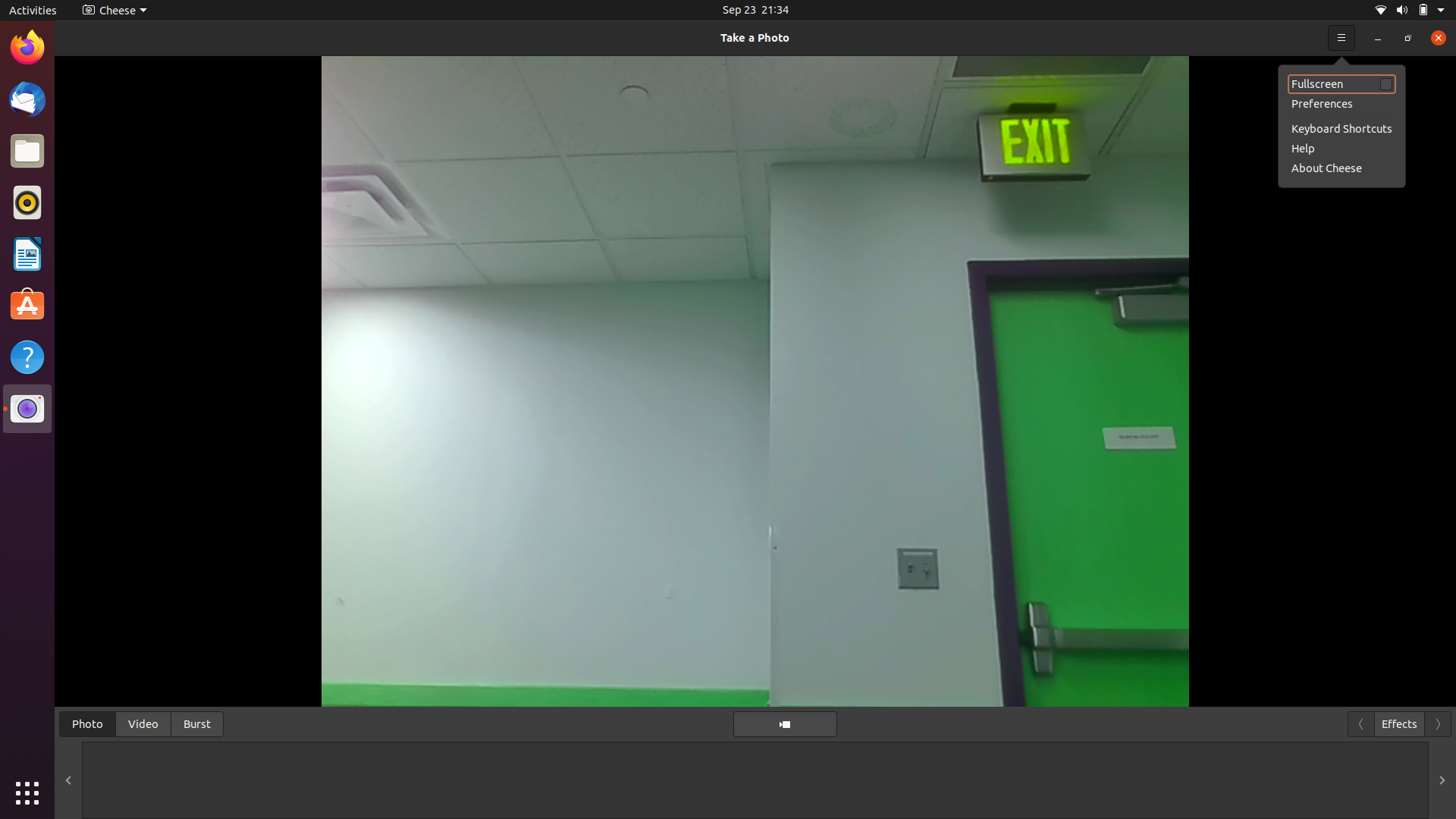 The width and height of the screenshot is (1456, 819). Describe the element at coordinates (111, 9) in the screenshot. I see `Adjust settings of the camera` at that location.